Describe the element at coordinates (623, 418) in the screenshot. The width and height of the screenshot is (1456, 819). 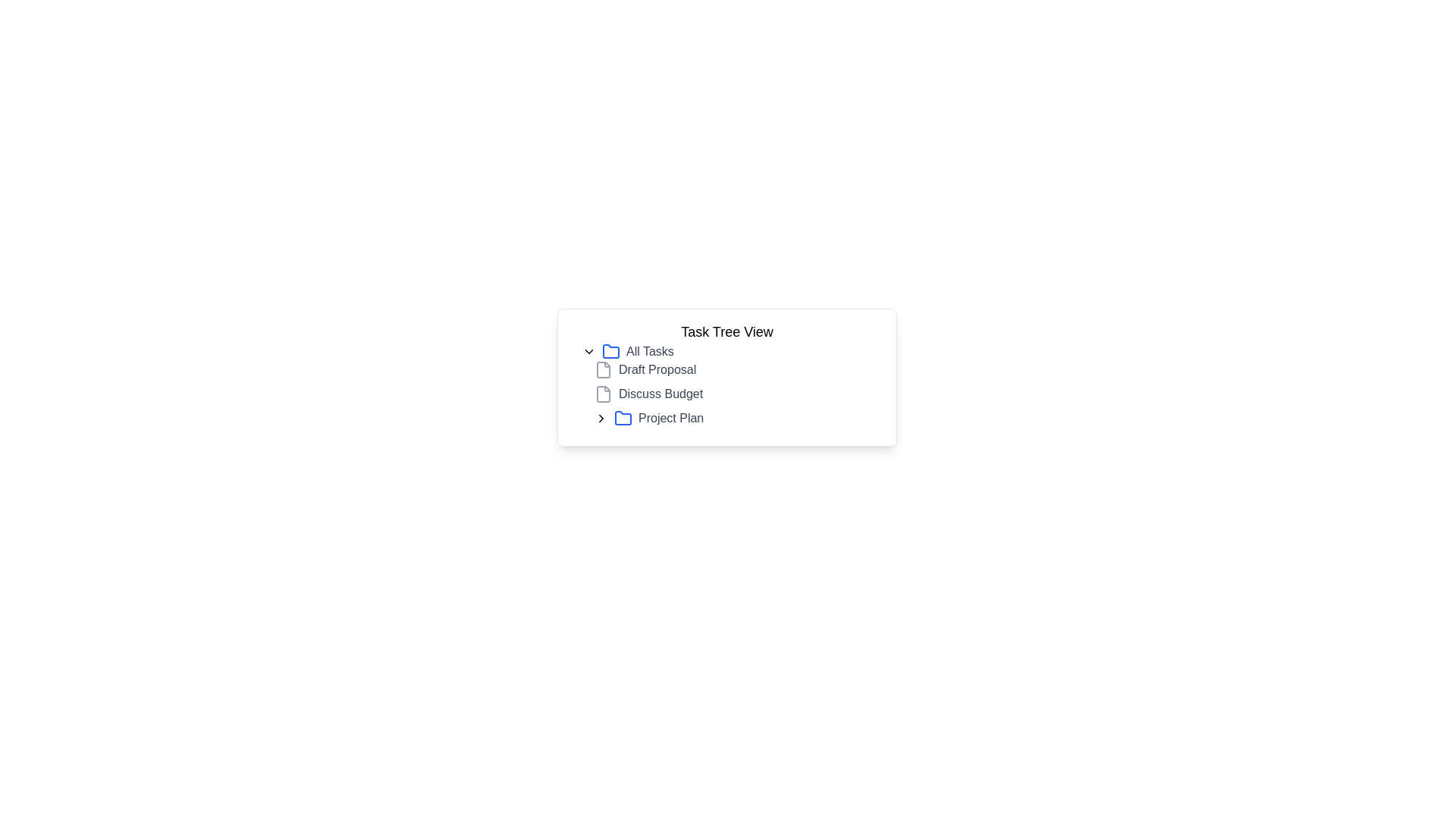
I see `the blue folder icon next to the 'Project Plan' label in the 'Task Tree View' for further actions` at that location.